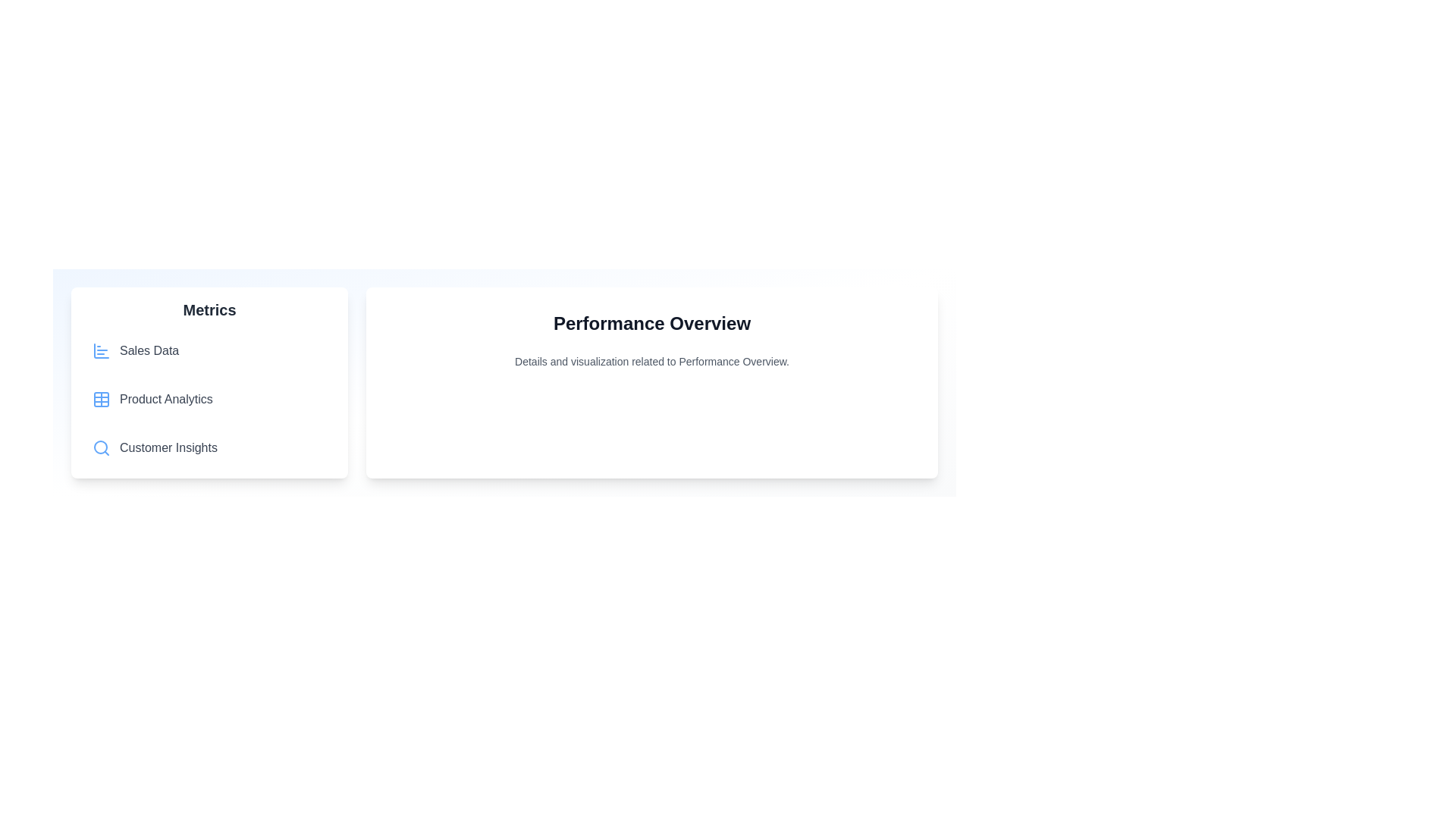 The height and width of the screenshot is (819, 1456). Describe the element at coordinates (101, 350) in the screenshot. I see `the light blue bar chart SVG icon located` at that location.